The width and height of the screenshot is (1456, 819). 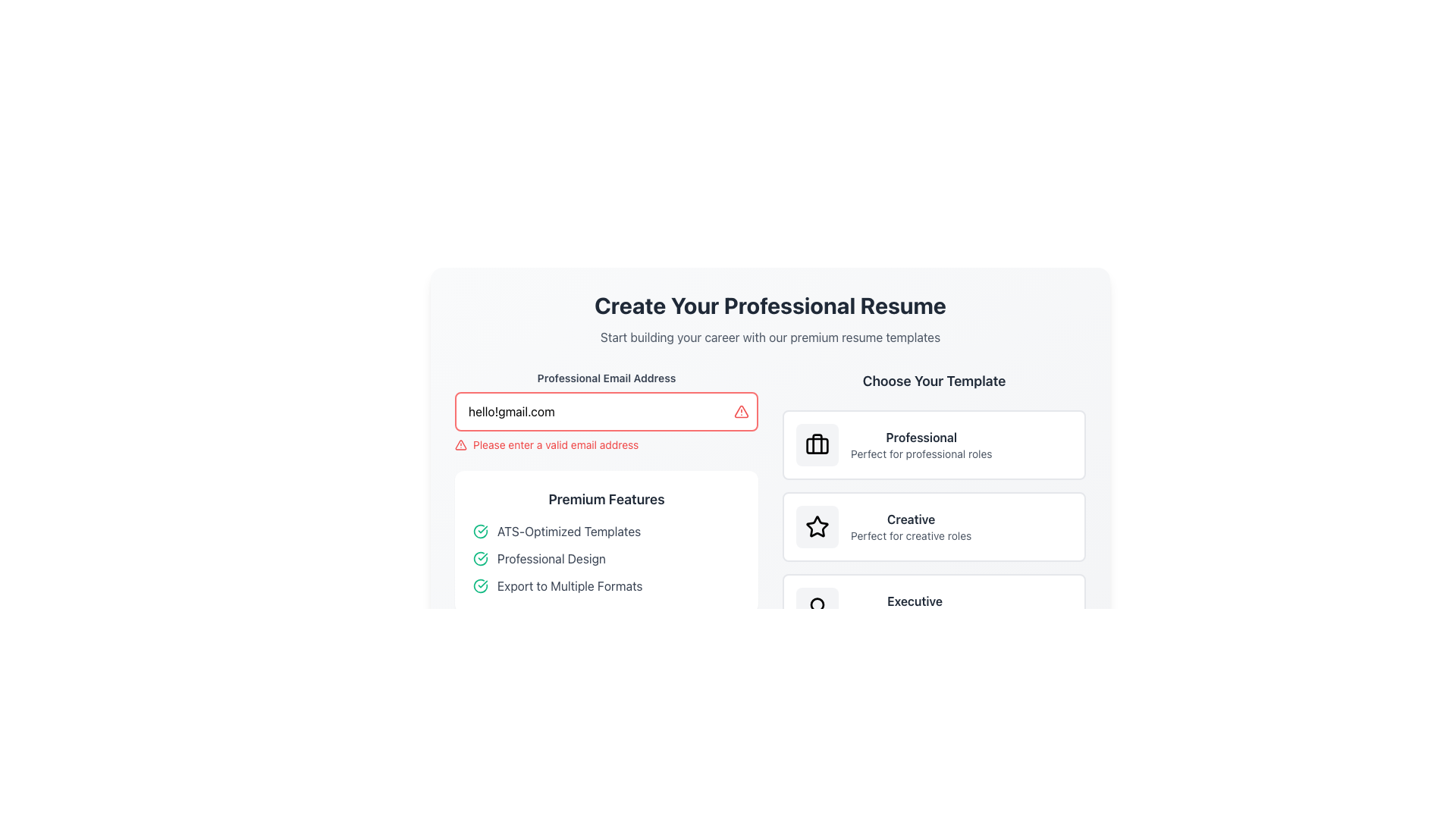 What do you see at coordinates (910, 535) in the screenshot?
I see `the text label displaying 'Perfect for creative roles', which is located below the 'Creative' label in the right section of the interface` at bounding box center [910, 535].